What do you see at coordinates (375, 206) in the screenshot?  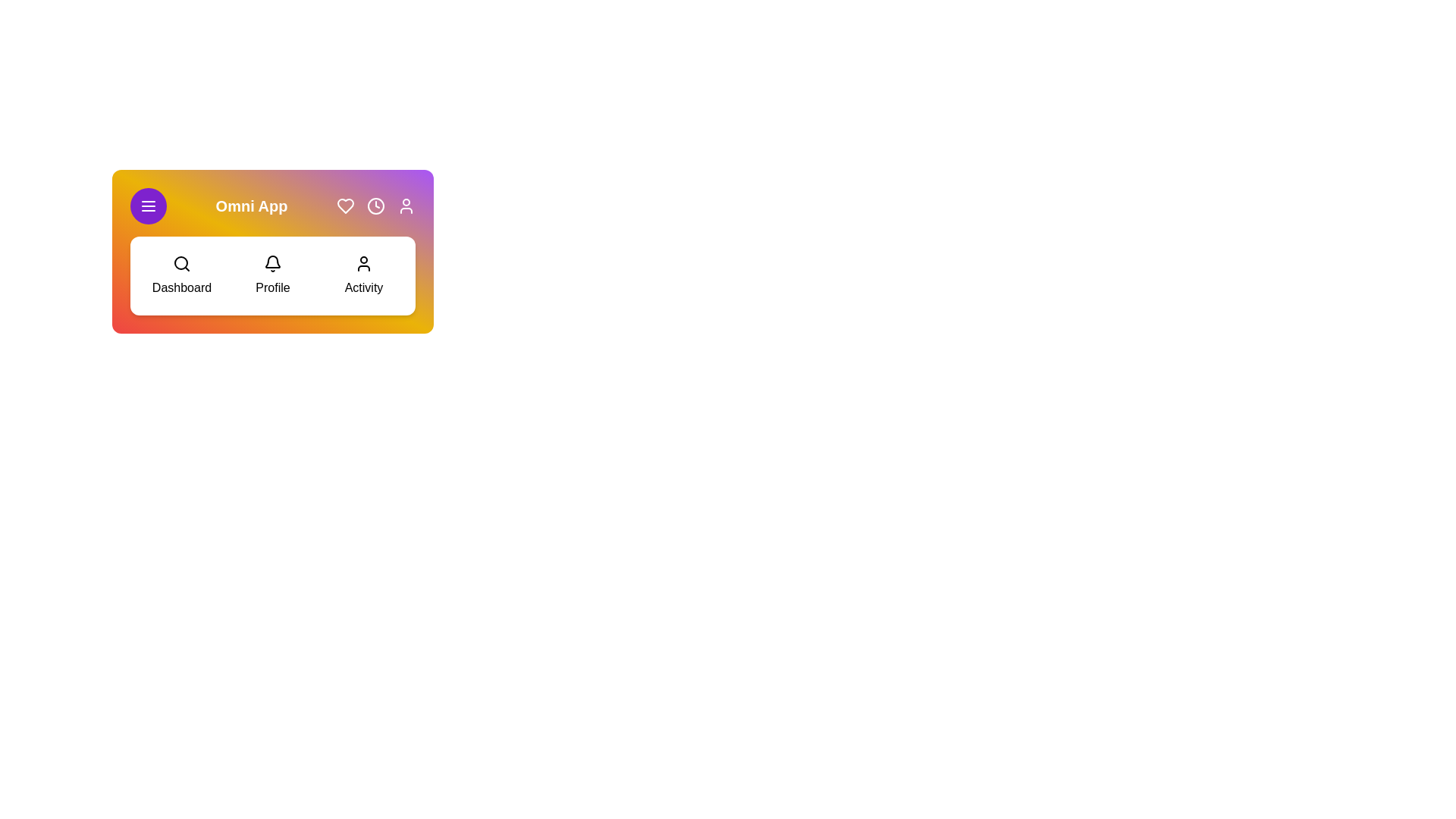 I see `the 'Clock' icon in the top-right corner of the StylishAppBar` at bounding box center [375, 206].